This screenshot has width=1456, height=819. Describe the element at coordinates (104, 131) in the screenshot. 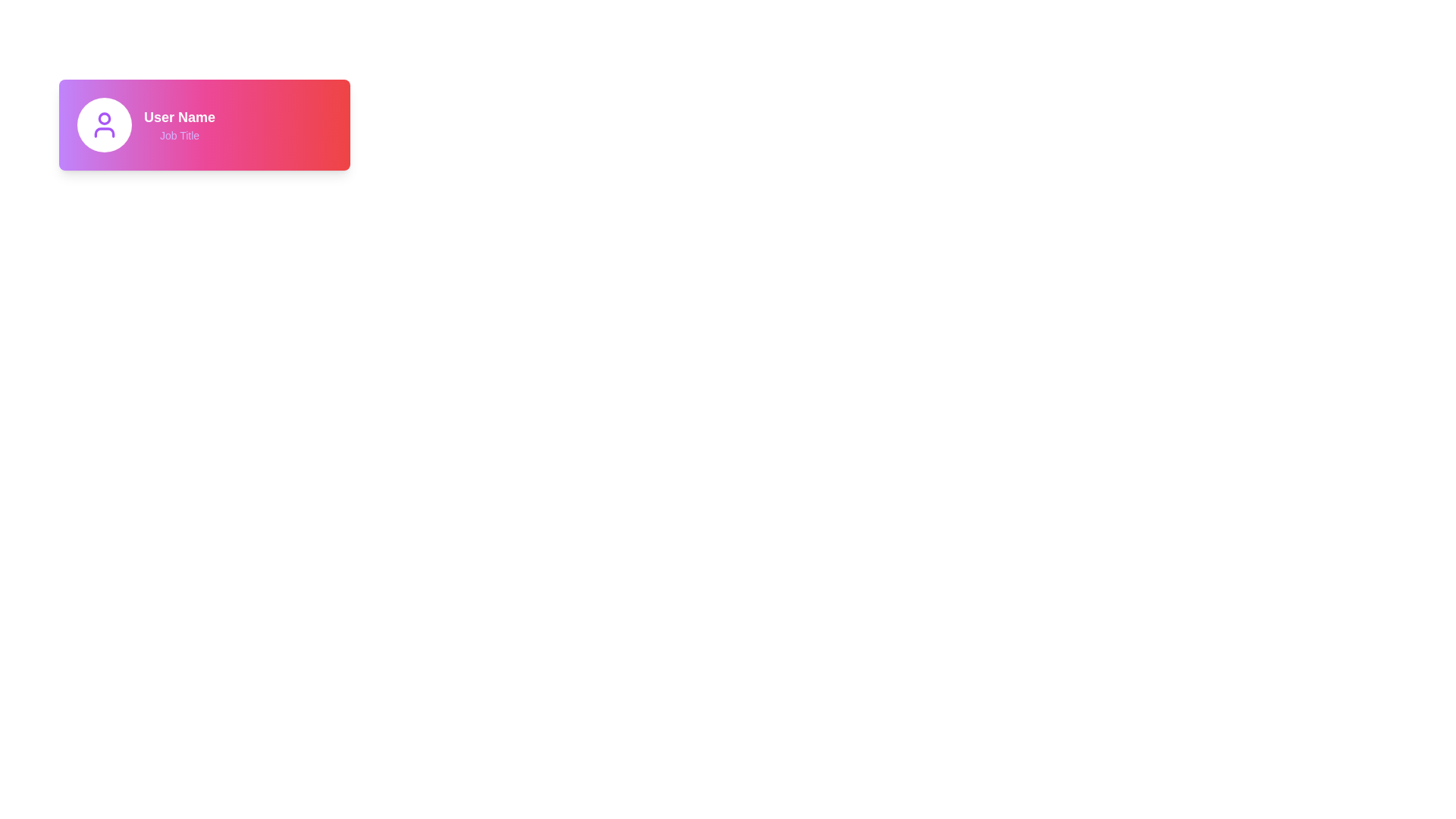

I see `the decorative graphical element representing the user's shoulders in the user icon, located directly below the head element in the profile card` at that location.